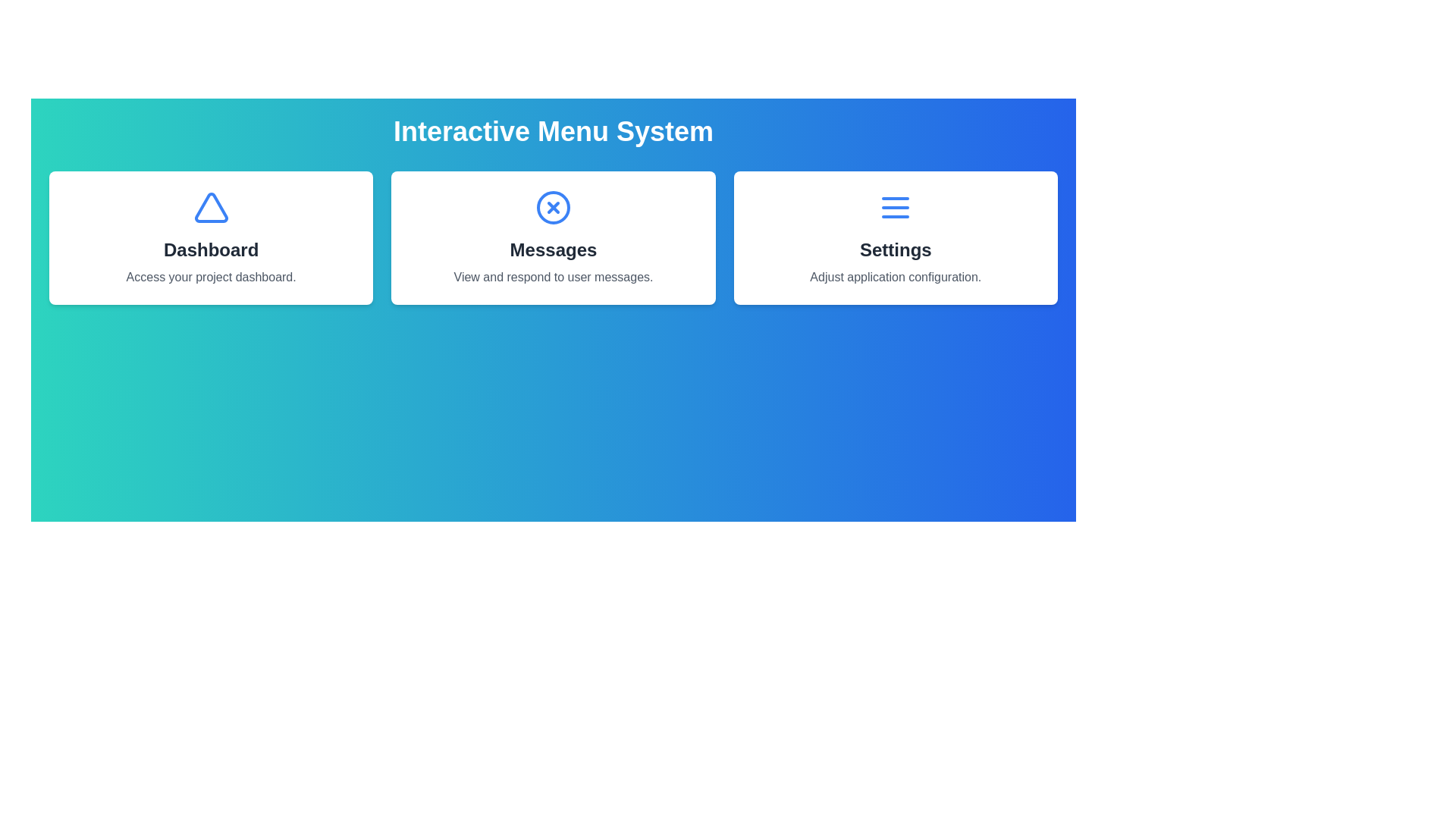 The image size is (1456, 819). Describe the element at coordinates (210, 237) in the screenshot. I see `the Interactive Card located in the leftmost section of a three-column grid, adjacent to 'Messages' and 'Settings', to observe hover effects` at that location.